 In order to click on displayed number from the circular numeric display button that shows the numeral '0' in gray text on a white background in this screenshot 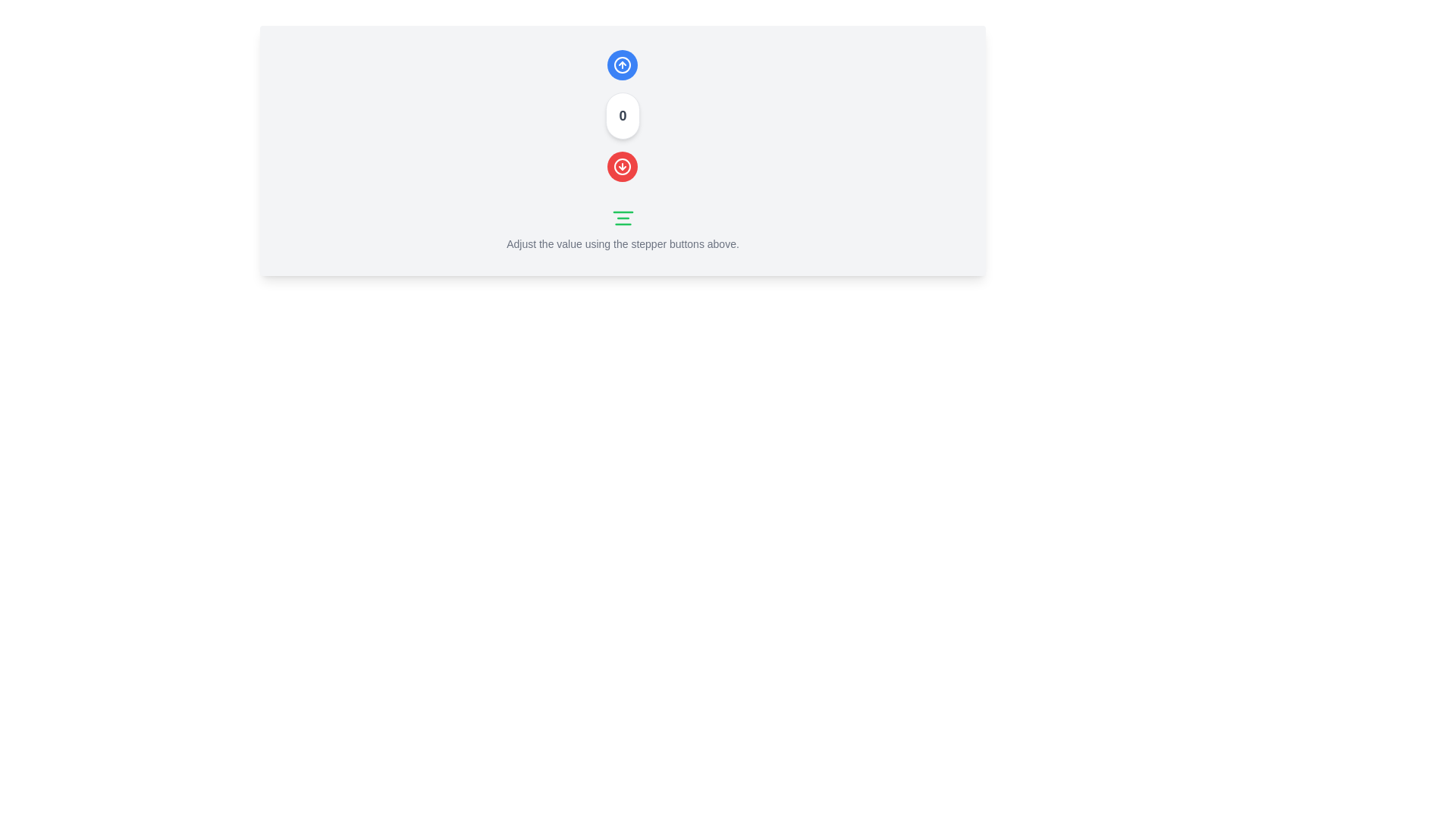, I will do `click(623, 115)`.